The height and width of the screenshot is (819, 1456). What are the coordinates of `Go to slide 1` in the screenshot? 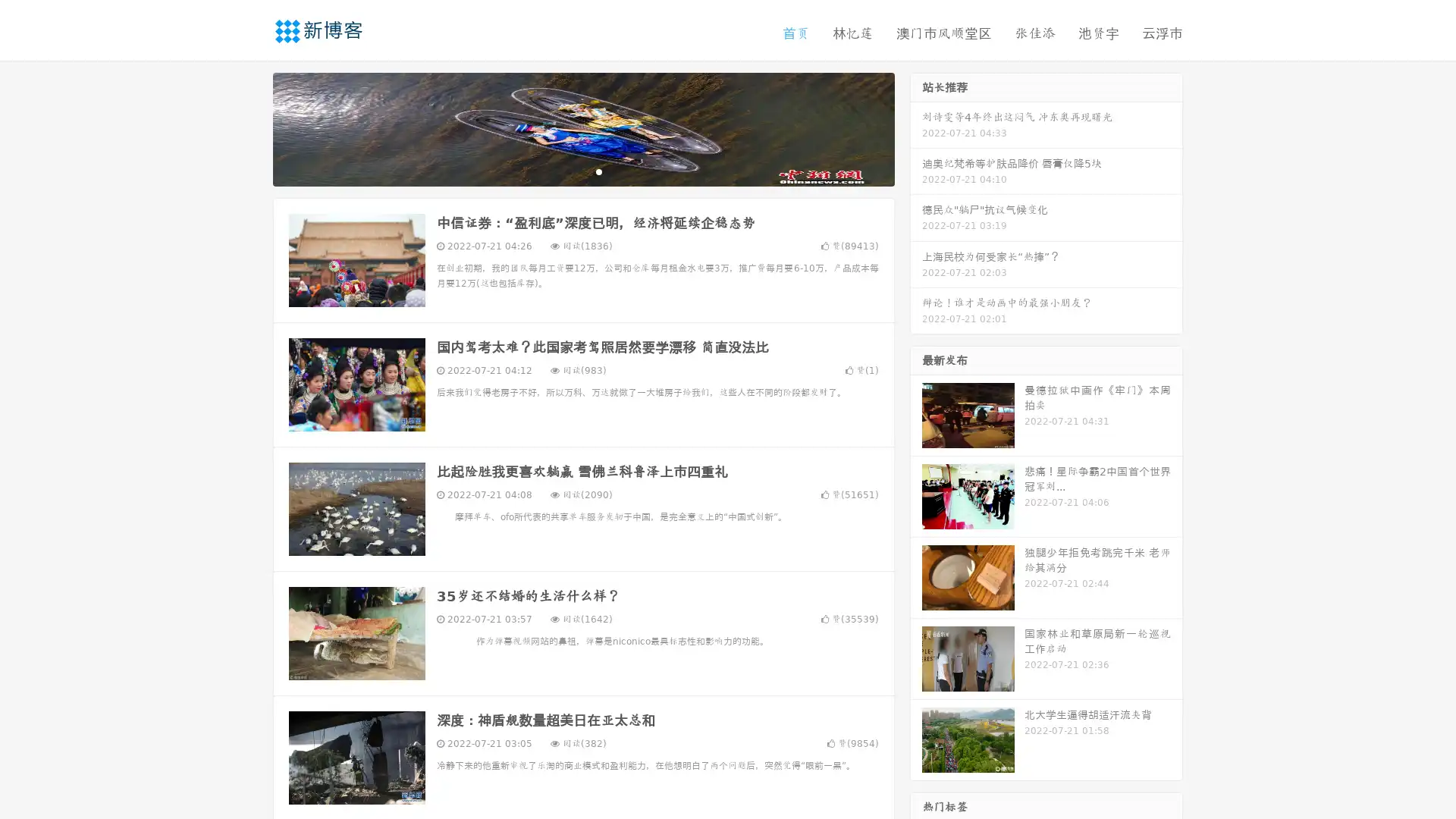 It's located at (567, 171).